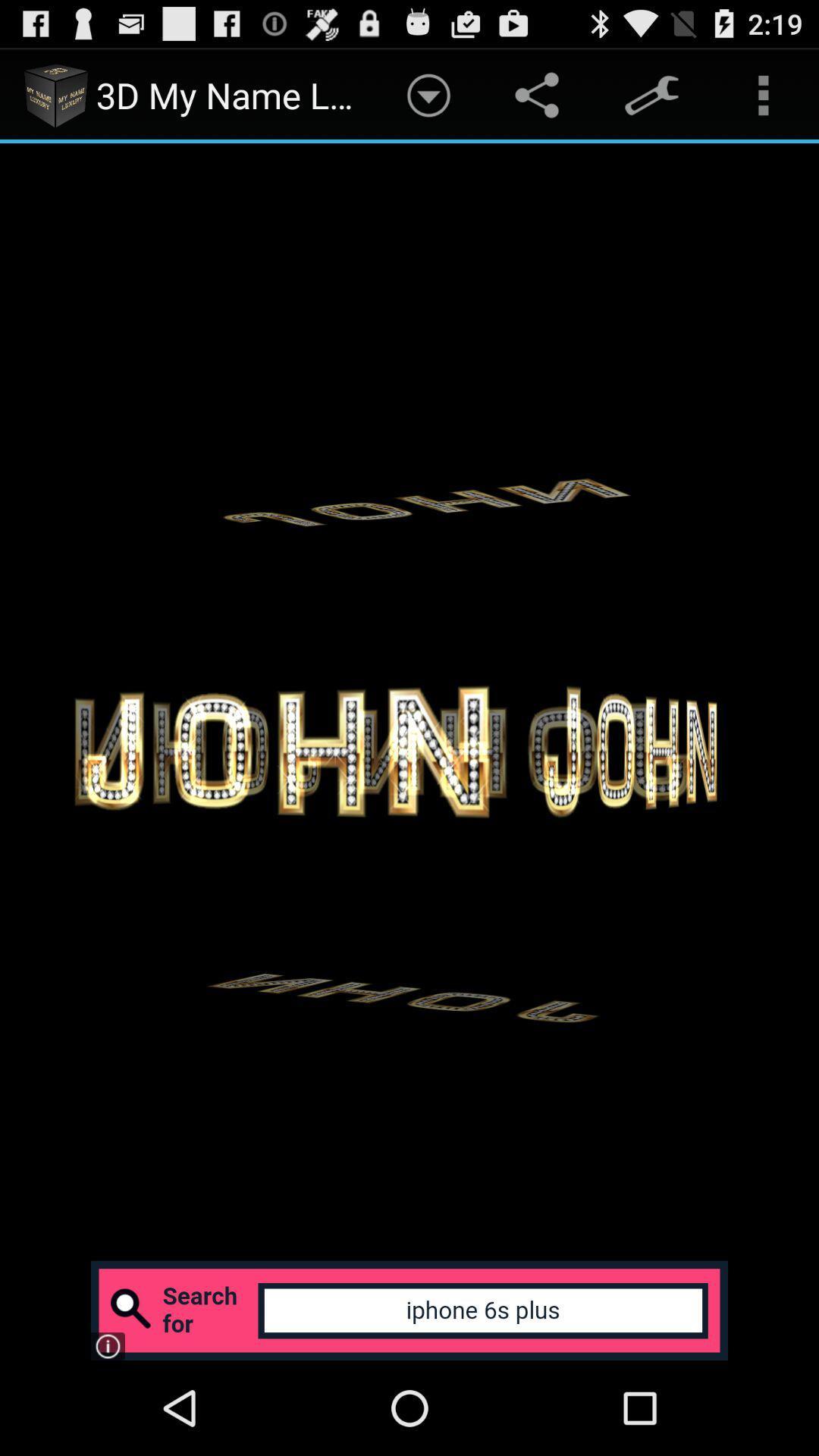 This screenshot has width=819, height=1456. I want to click on icon to the right of the 3d my name app, so click(428, 94).